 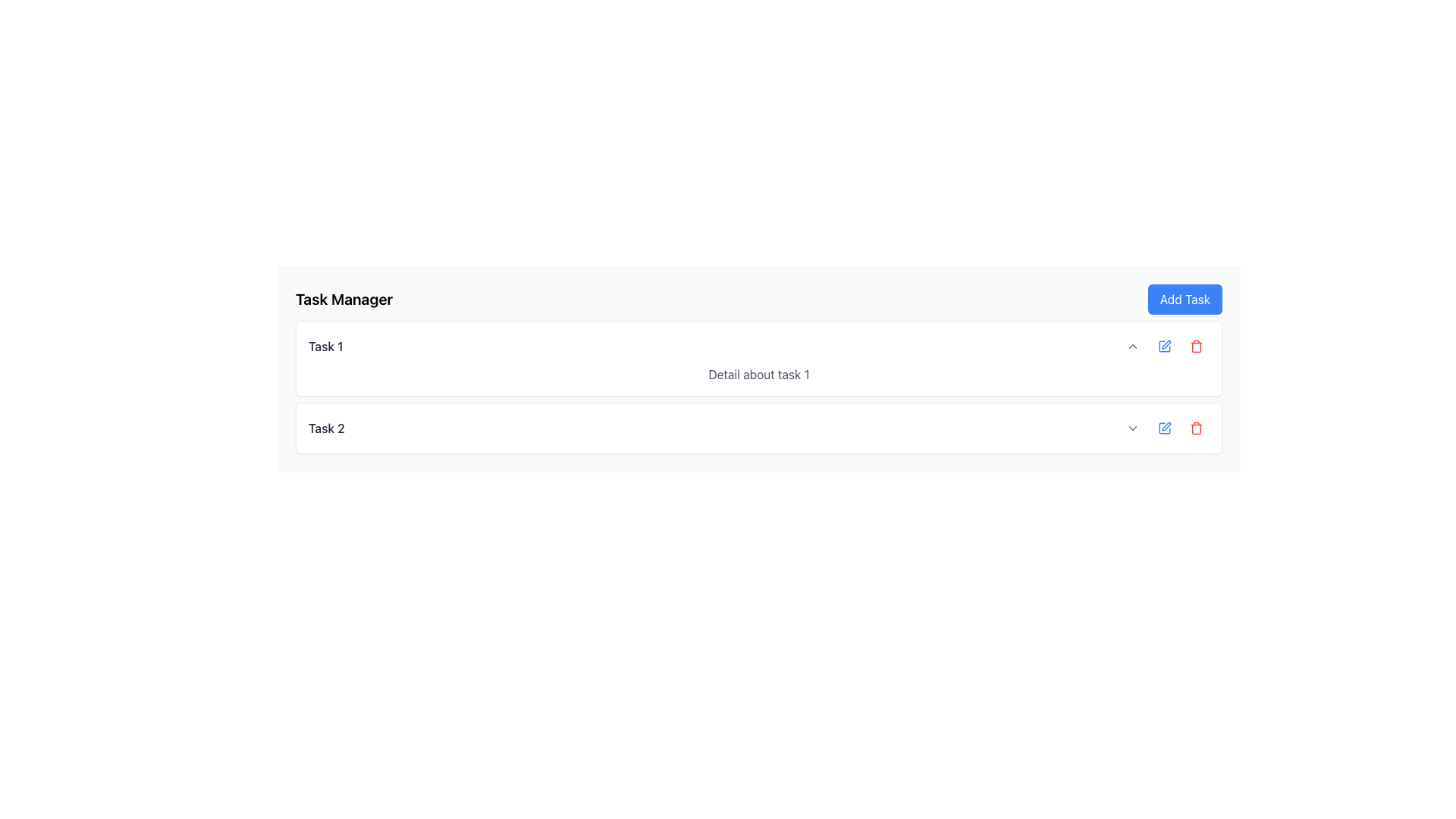 What do you see at coordinates (1166, 426) in the screenshot?
I see `the miniature 'pencil' icon in the action section of the second task in the task list` at bounding box center [1166, 426].